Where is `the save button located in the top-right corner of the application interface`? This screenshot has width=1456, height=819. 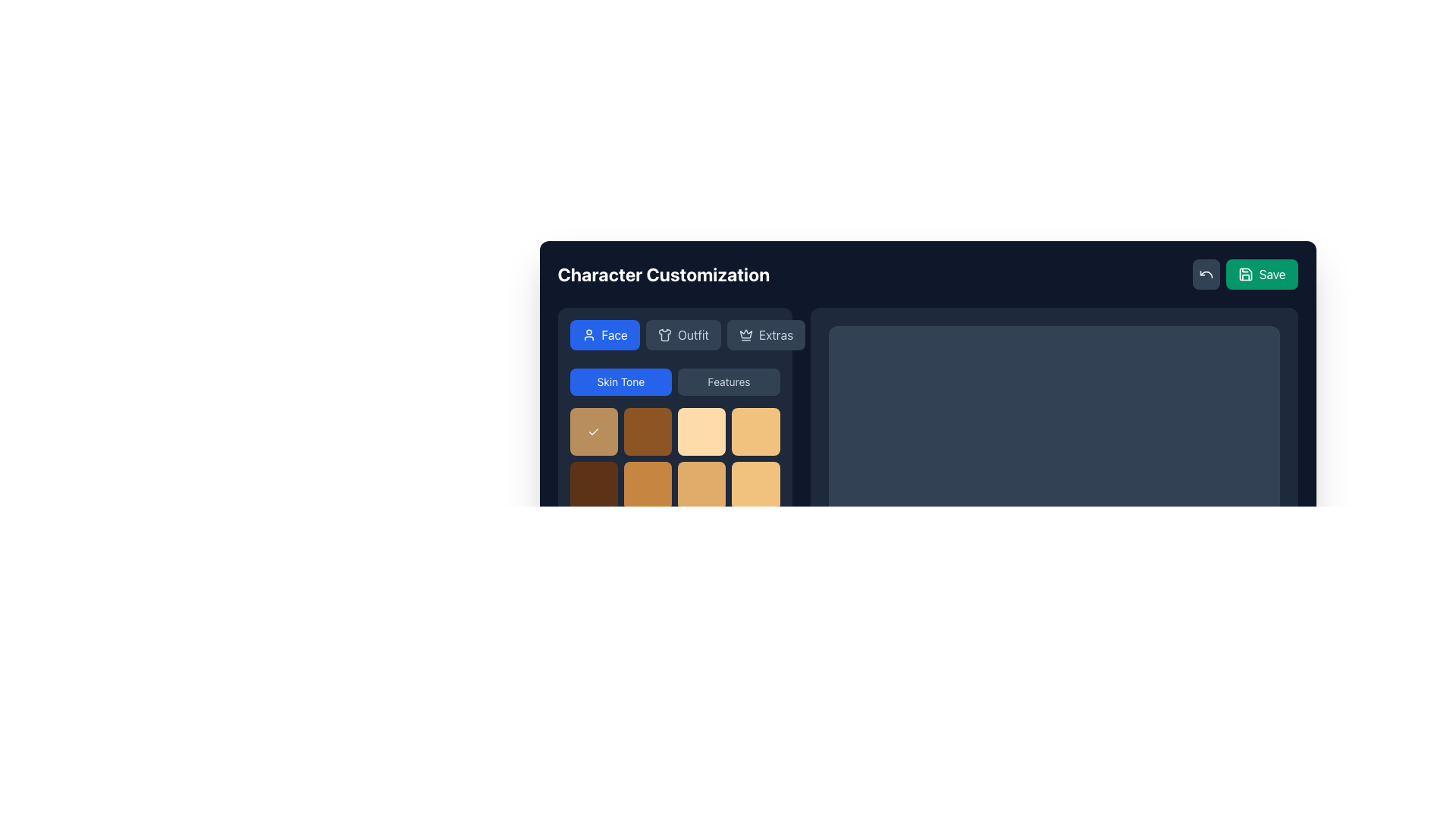 the save button located in the top-right corner of the application interface is located at coordinates (1244, 275).